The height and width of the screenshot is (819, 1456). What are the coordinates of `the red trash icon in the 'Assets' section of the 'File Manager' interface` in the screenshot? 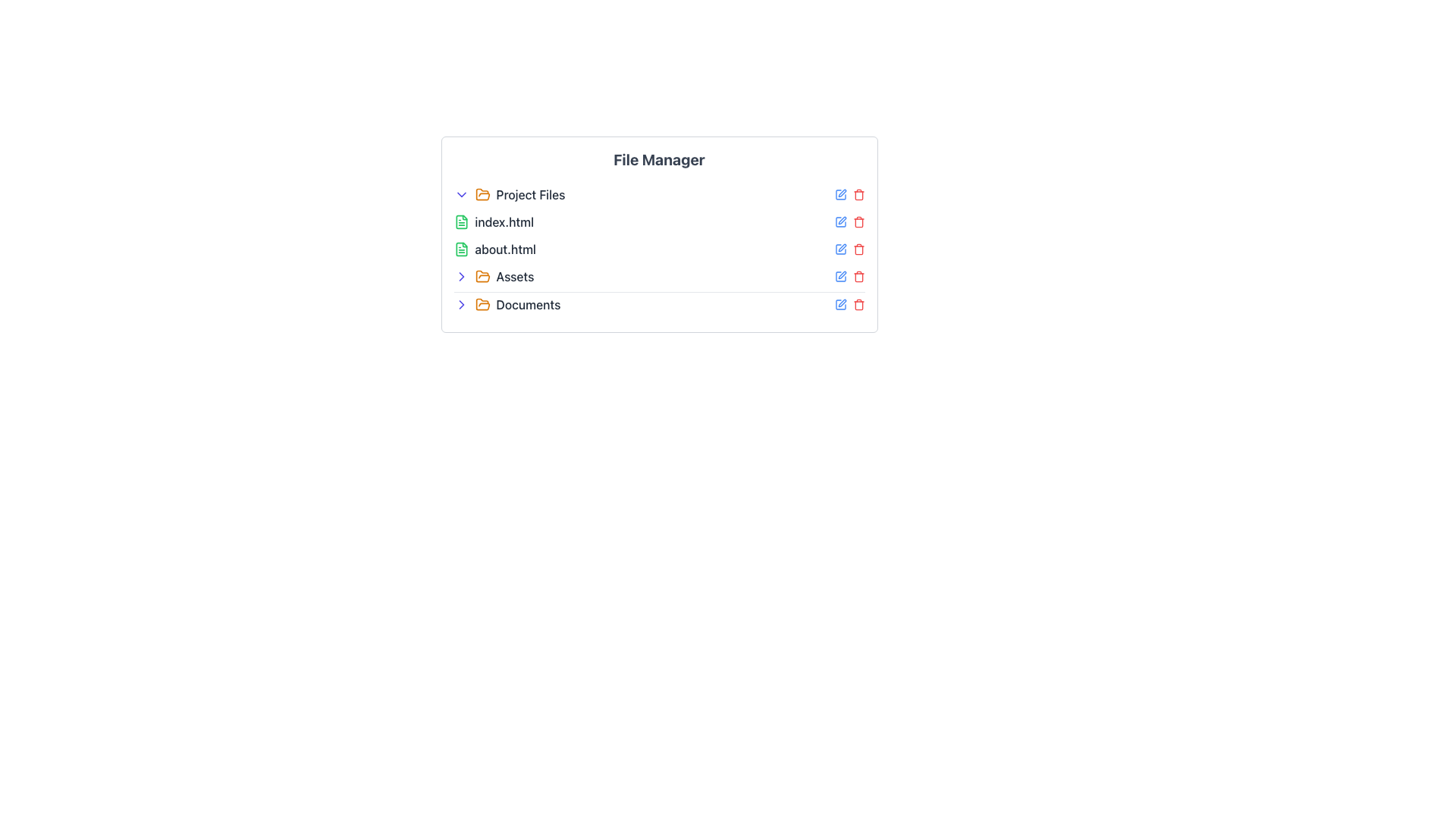 It's located at (849, 277).